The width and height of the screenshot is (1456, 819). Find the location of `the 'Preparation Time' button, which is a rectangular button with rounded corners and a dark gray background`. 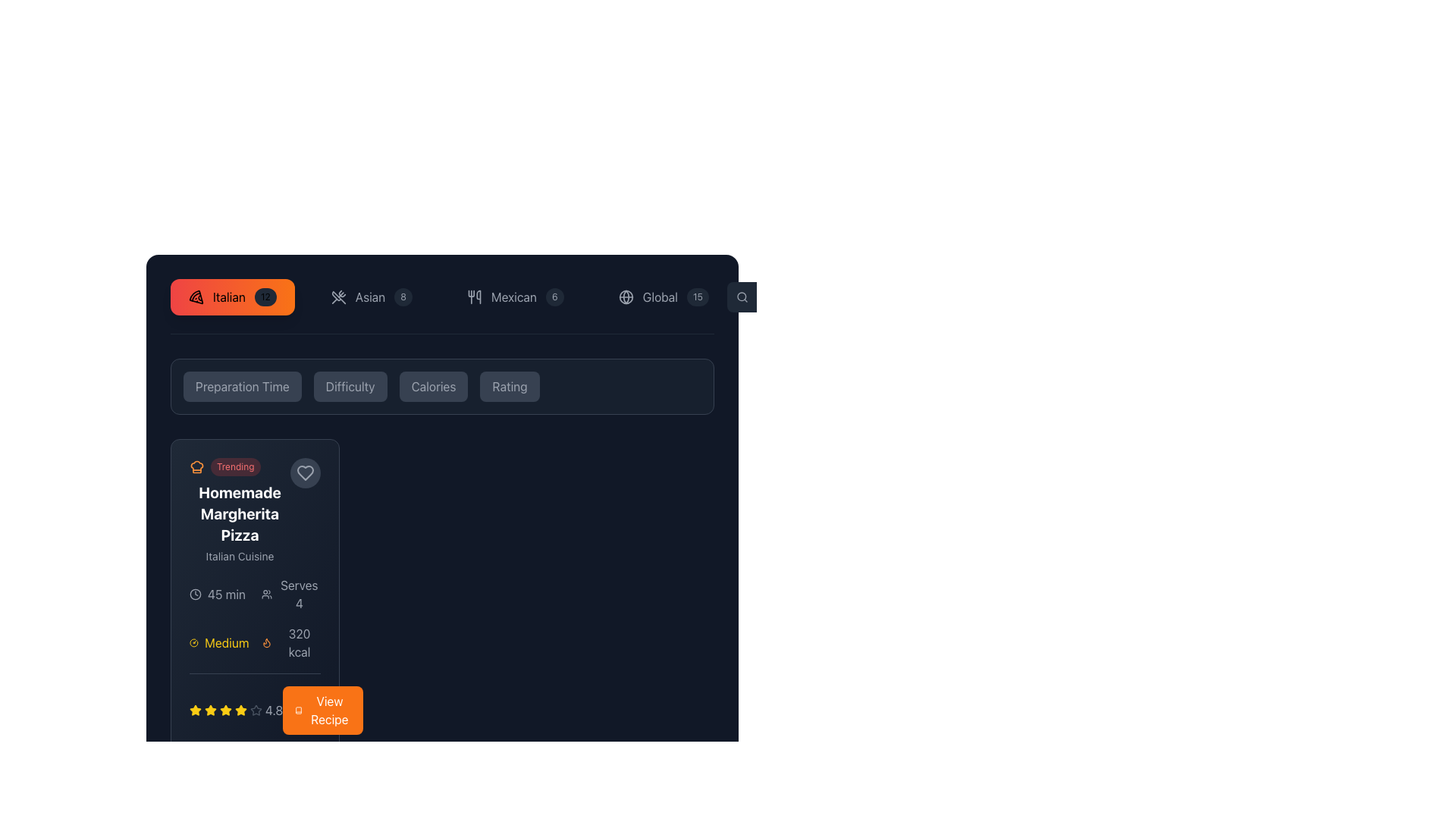

the 'Preparation Time' button, which is a rectangular button with rounded corners and a dark gray background is located at coordinates (241, 385).